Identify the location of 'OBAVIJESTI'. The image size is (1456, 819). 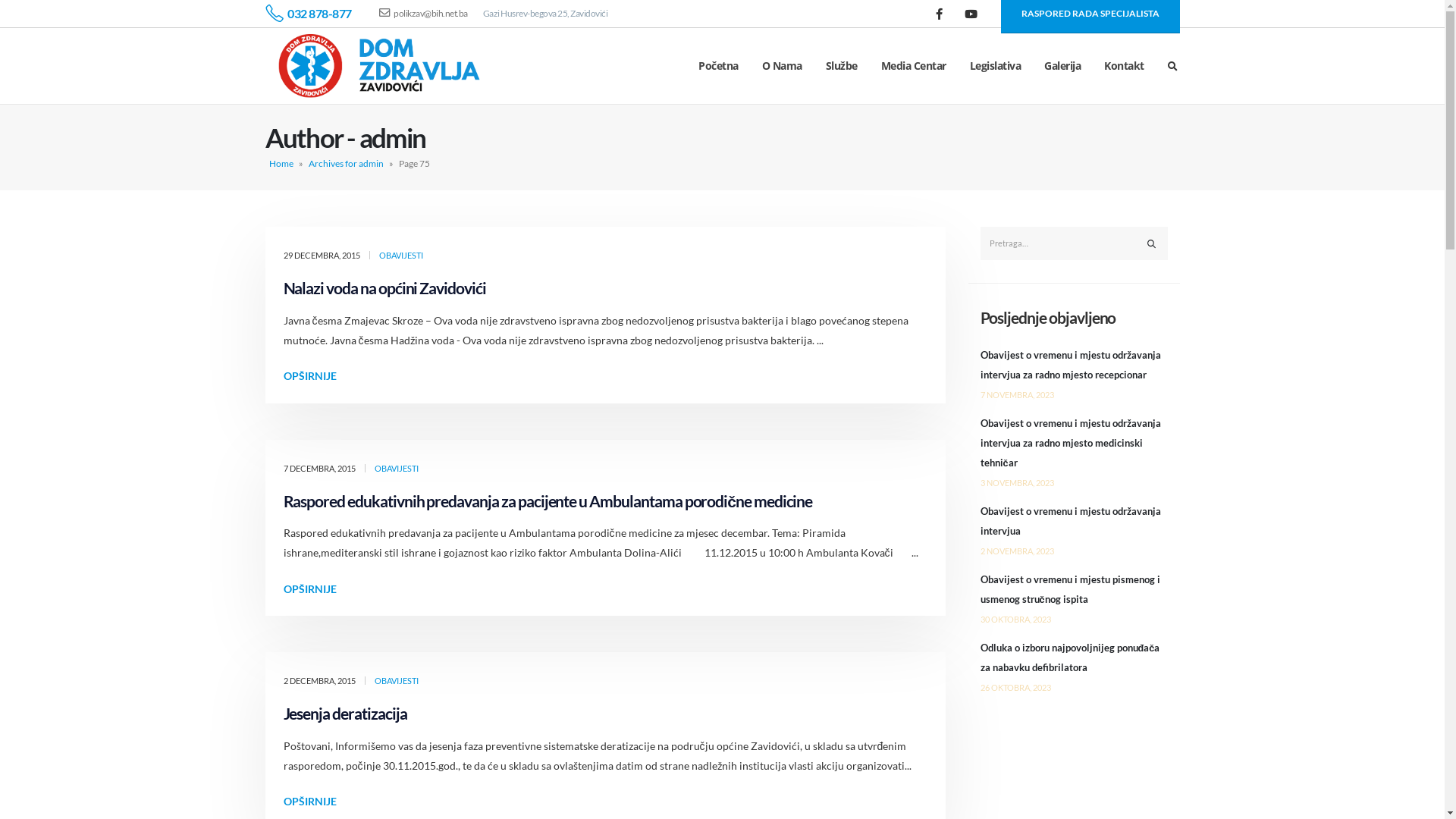
(400, 254).